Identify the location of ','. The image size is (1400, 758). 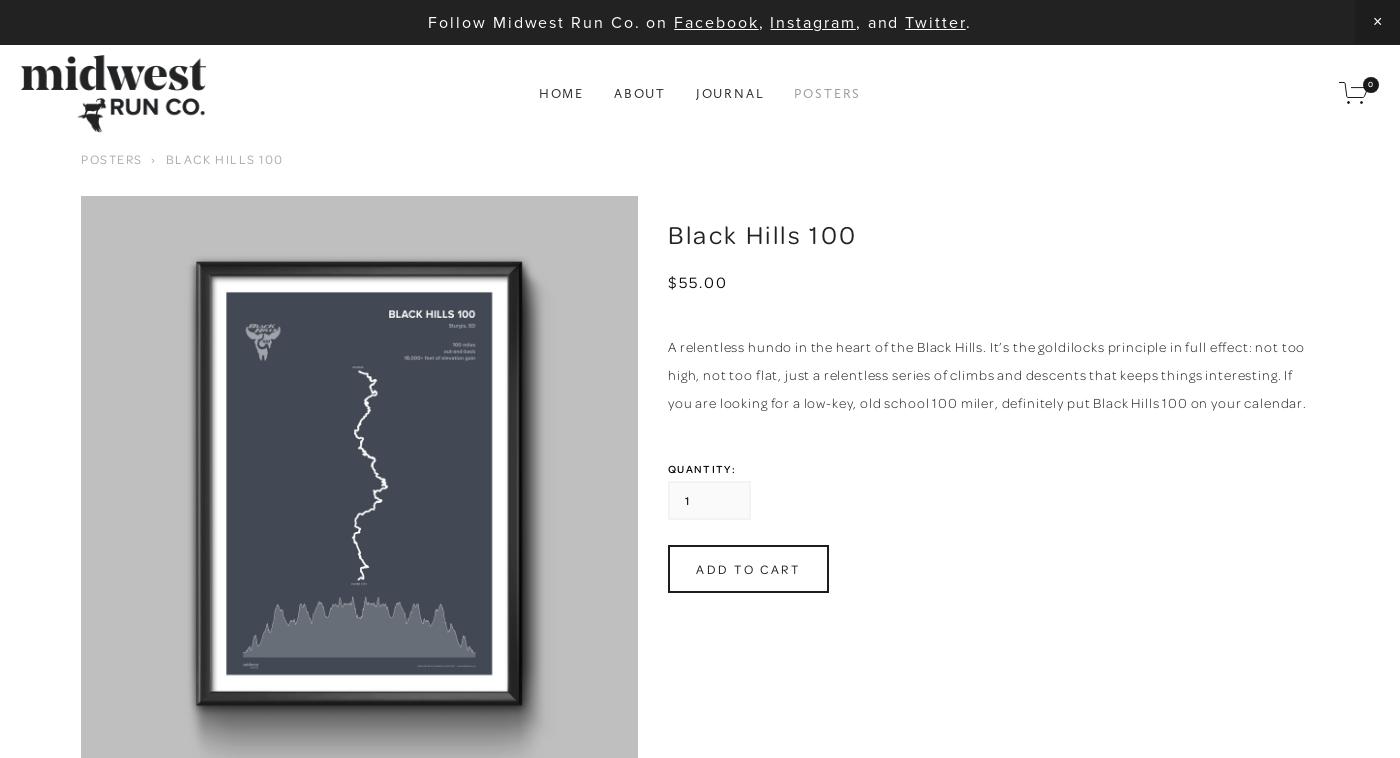
(763, 20).